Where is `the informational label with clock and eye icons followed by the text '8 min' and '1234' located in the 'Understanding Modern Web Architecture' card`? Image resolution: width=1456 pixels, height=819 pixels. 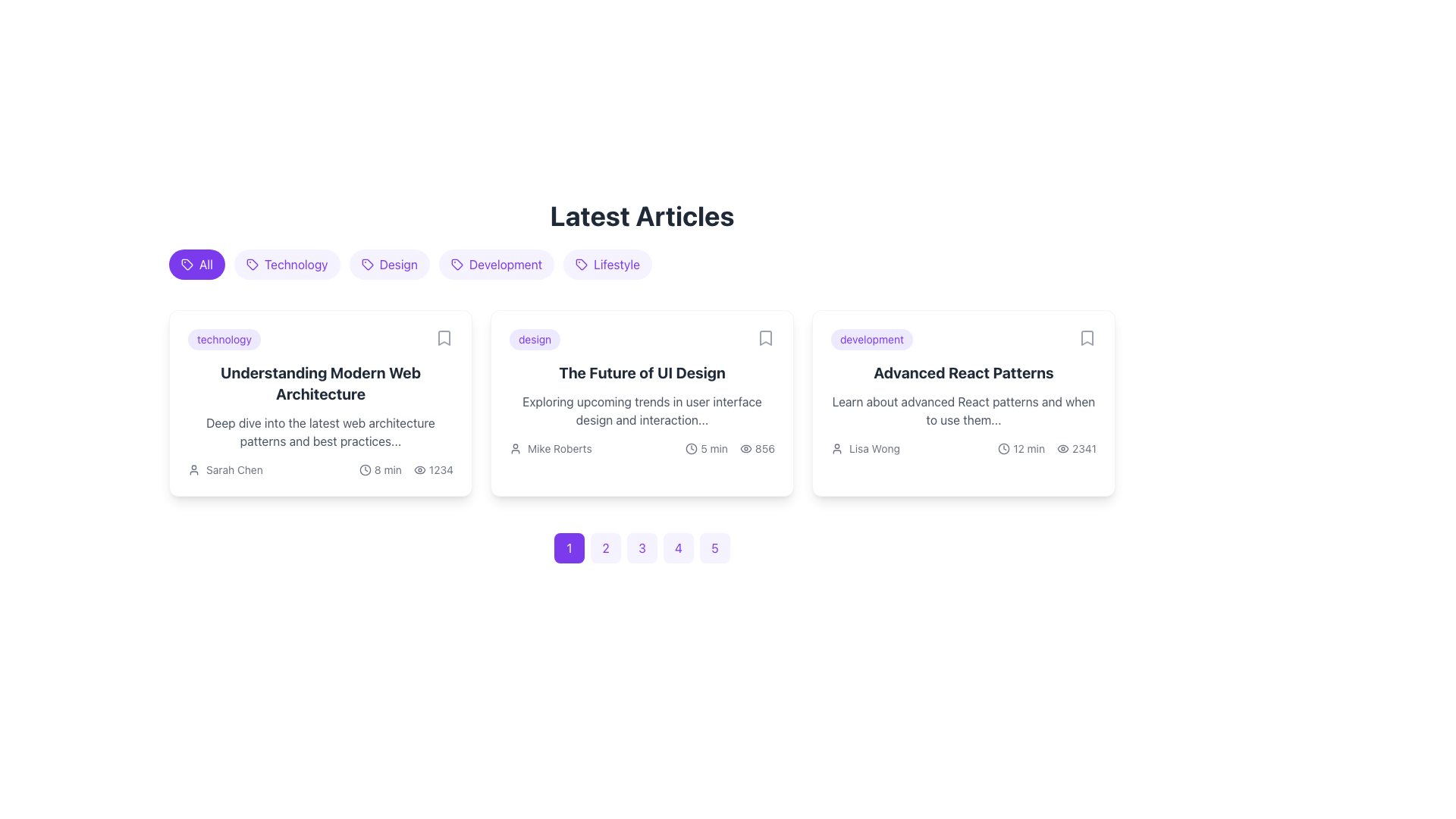 the informational label with clock and eye icons followed by the text '8 min' and '1234' located in the 'Understanding Modern Web Architecture' card is located at coordinates (406, 469).